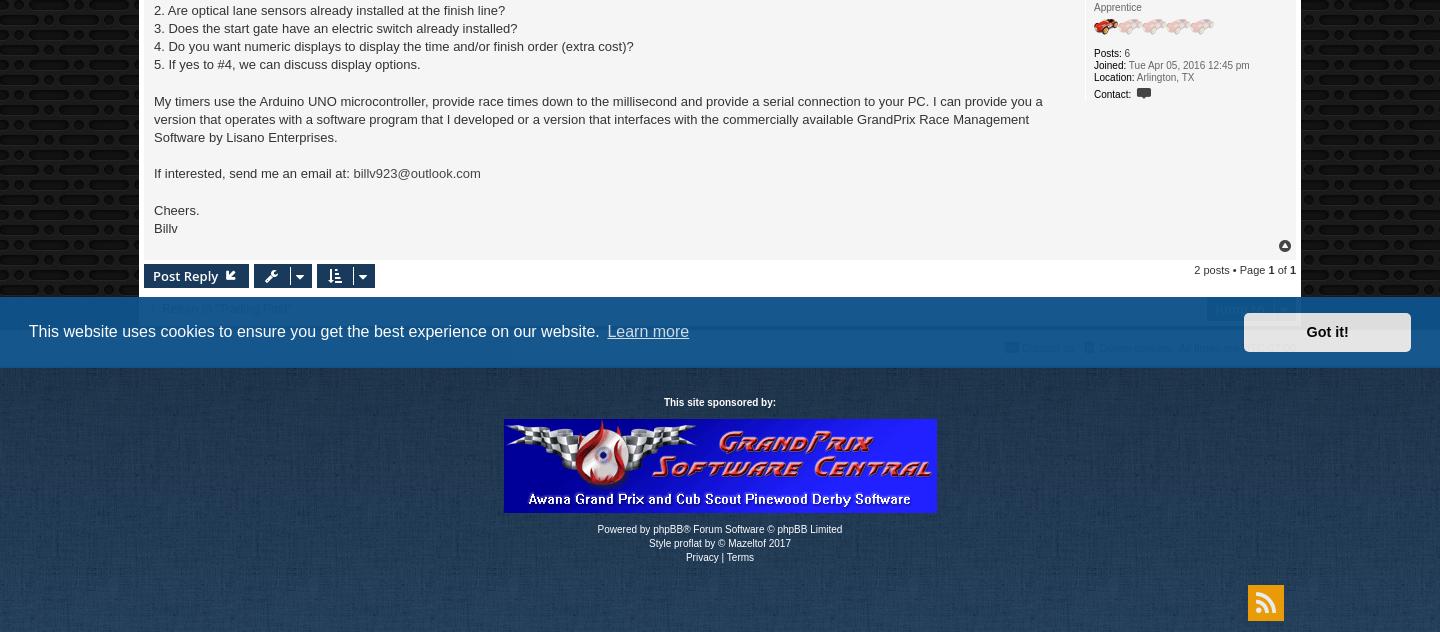 Image resolution: width=1440 pixels, height=632 pixels. Describe the element at coordinates (329, 9) in the screenshot. I see `'2. Are optical lane sensors already installed at the finish line?'` at that location.